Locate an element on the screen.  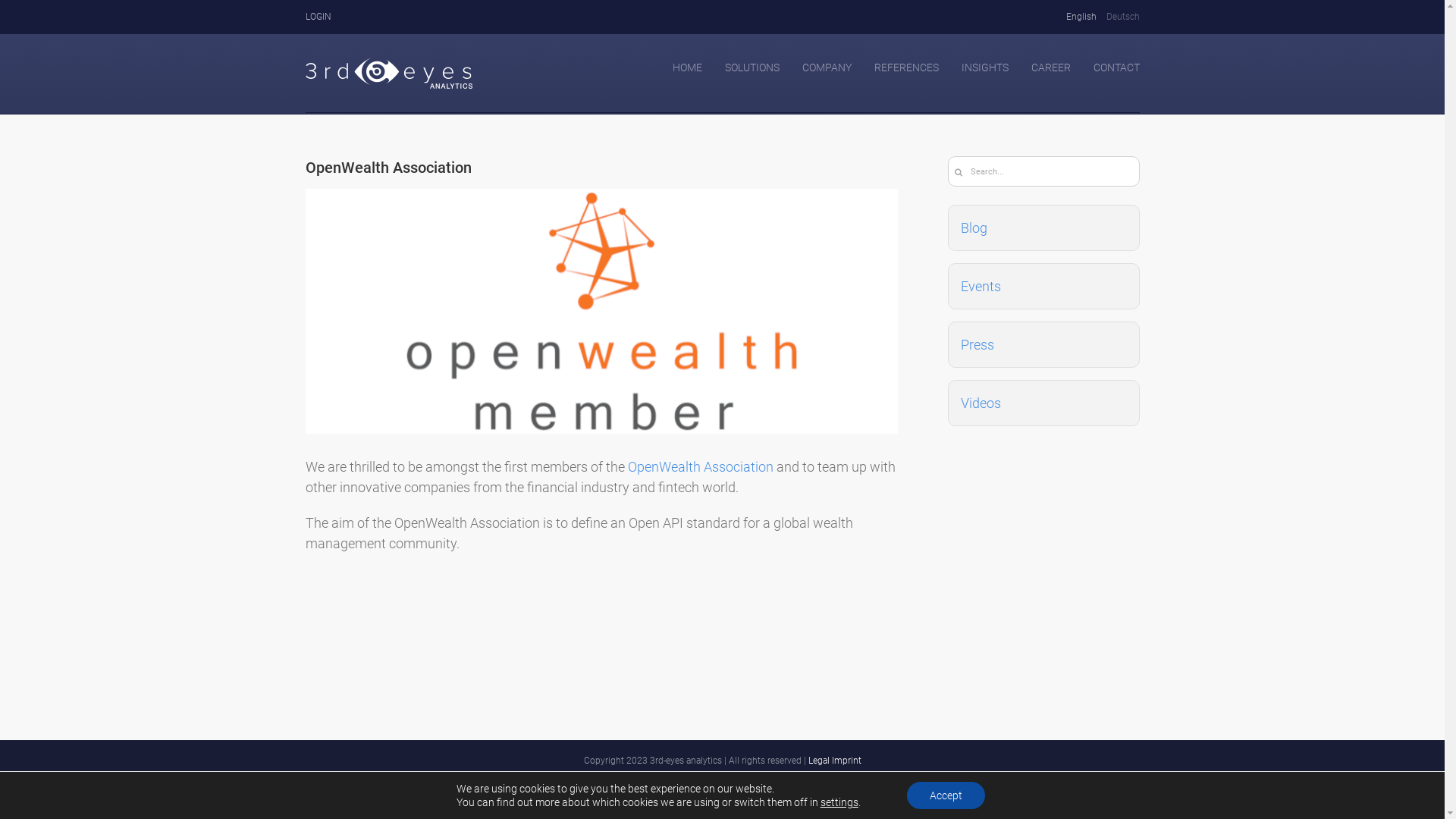
'Deutsch' is located at coordinates (1096, 17).